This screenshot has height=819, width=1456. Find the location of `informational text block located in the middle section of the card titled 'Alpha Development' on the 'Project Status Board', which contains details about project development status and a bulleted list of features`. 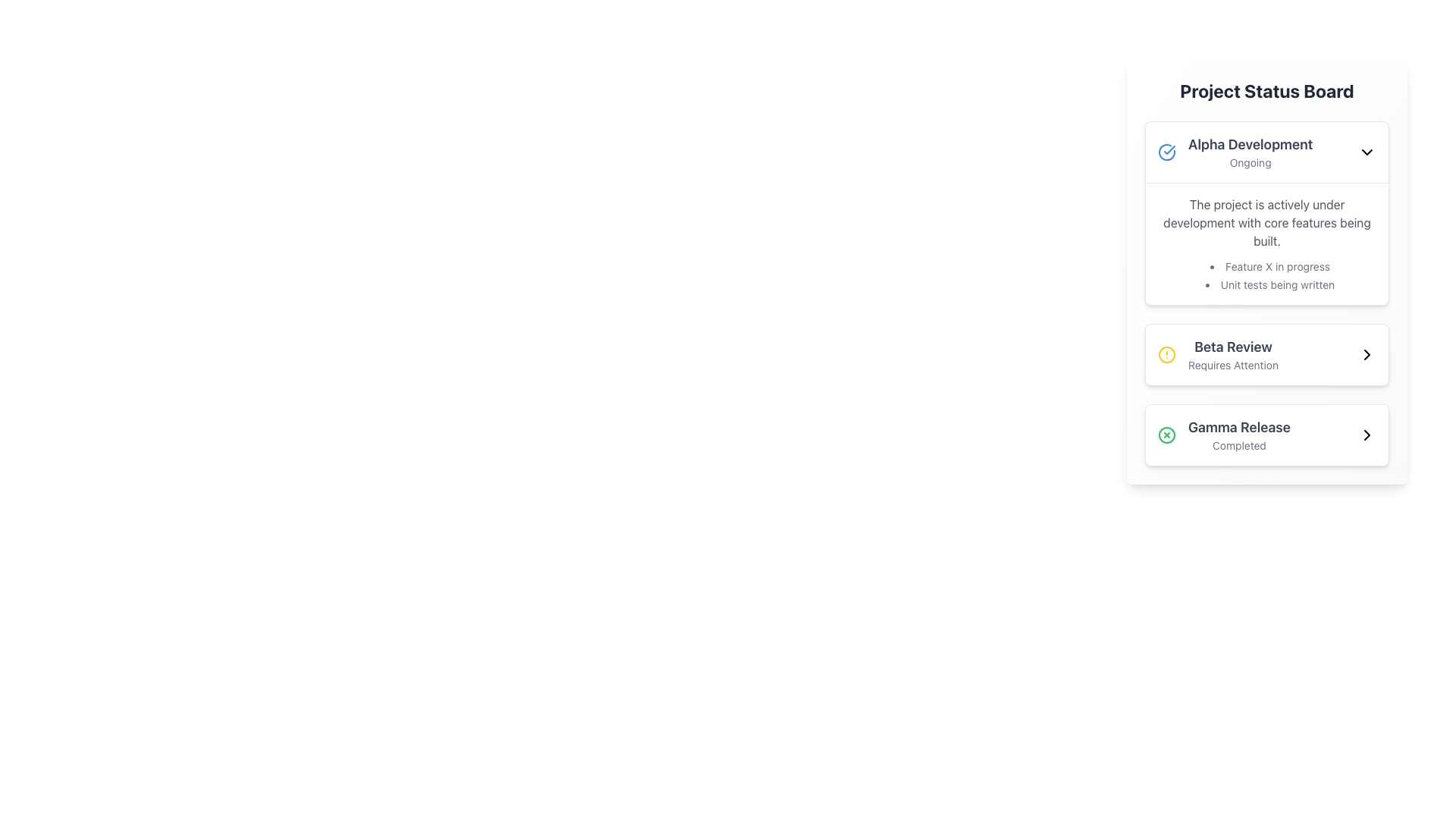

informational text block located in the middle section of the card titled 'Alpha Development' on the 'Project Status Board', which contains details about project development status and a bulleted list of features is located at coordinates (1266, 242).